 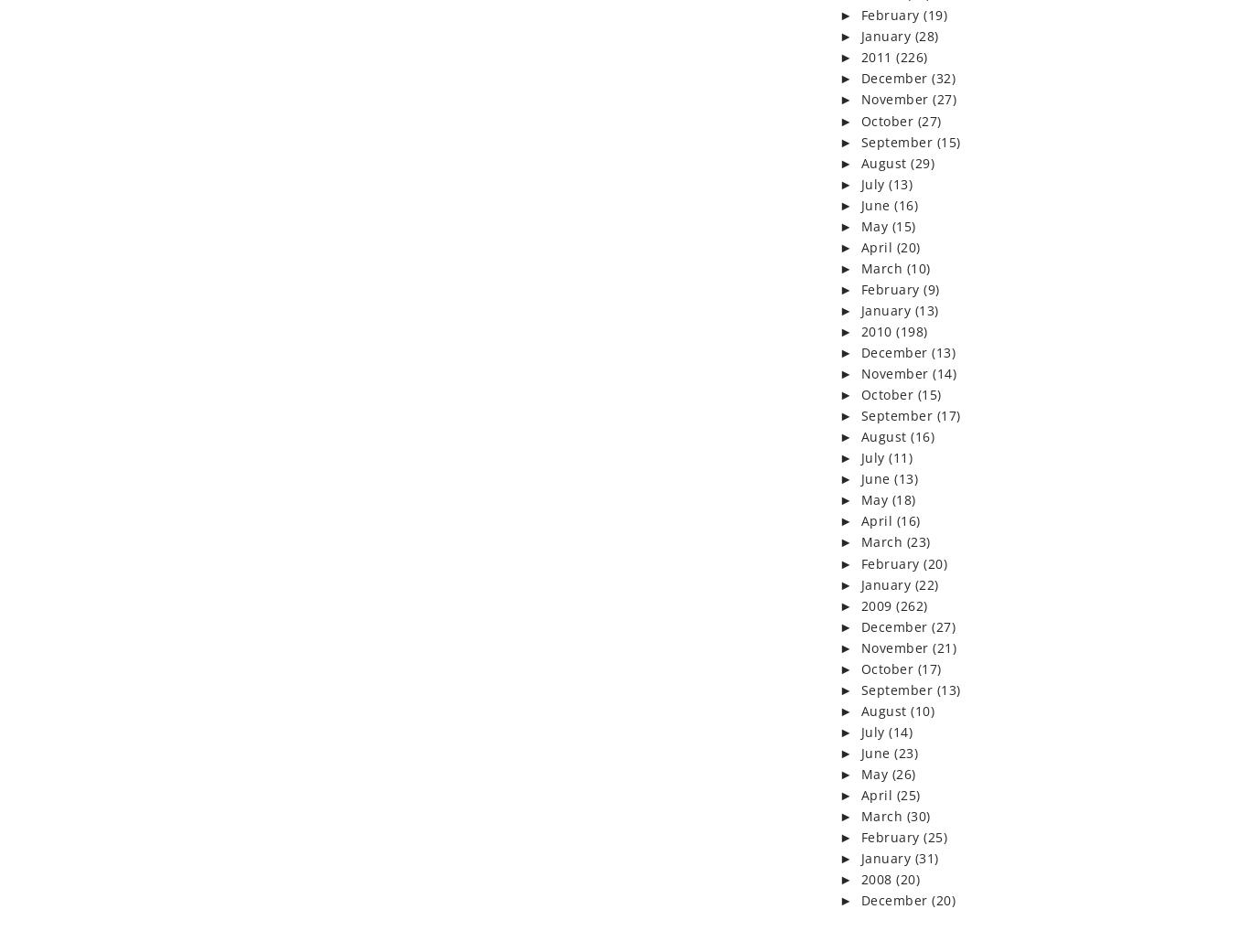 What do you see at coordinates (889, 456) in the screenshot?
I see `'(11)'` at bounding box center [889, 456].